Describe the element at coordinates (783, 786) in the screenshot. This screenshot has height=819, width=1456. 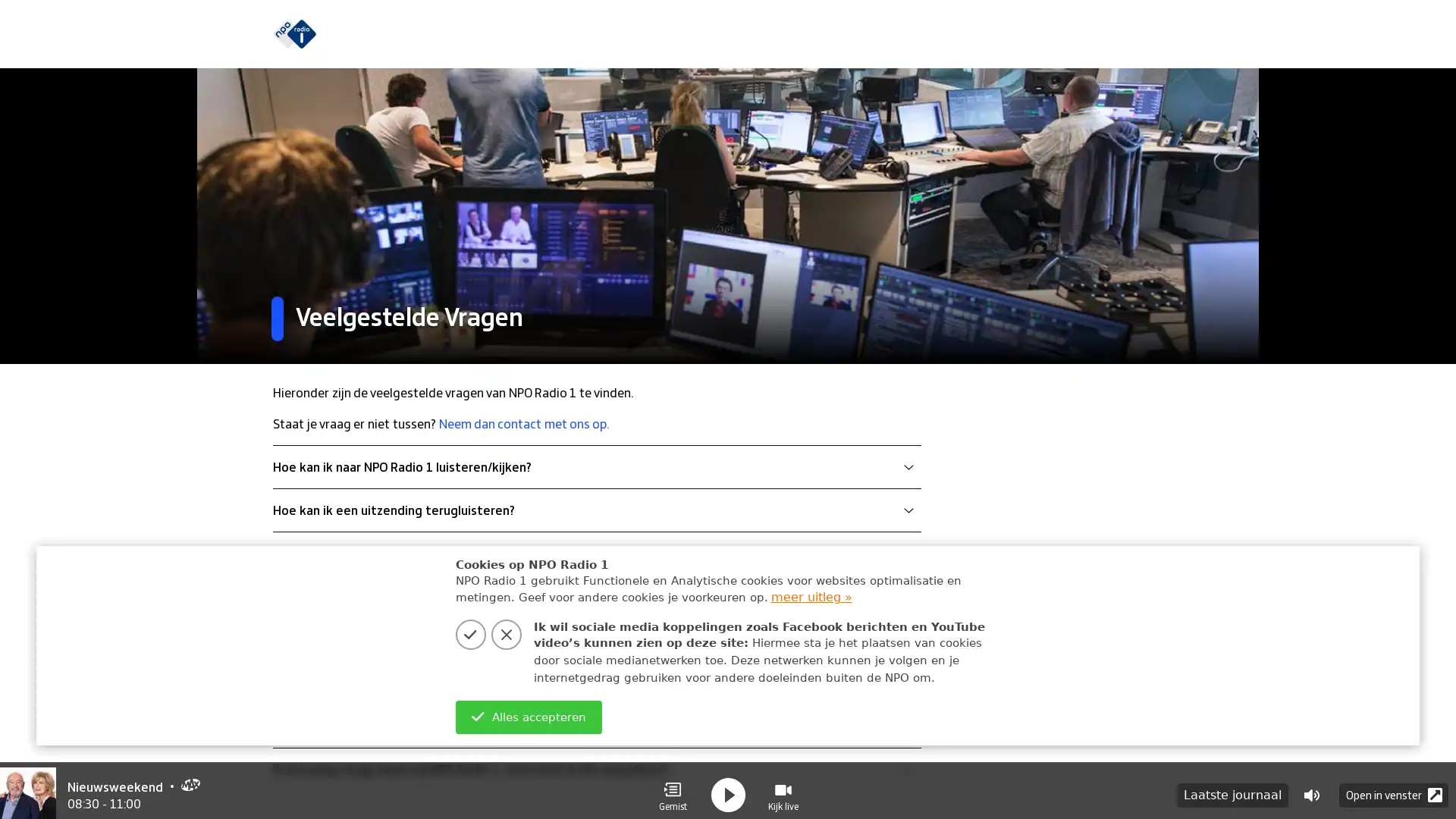
I see `Visual Radio Kijk live` at that location.